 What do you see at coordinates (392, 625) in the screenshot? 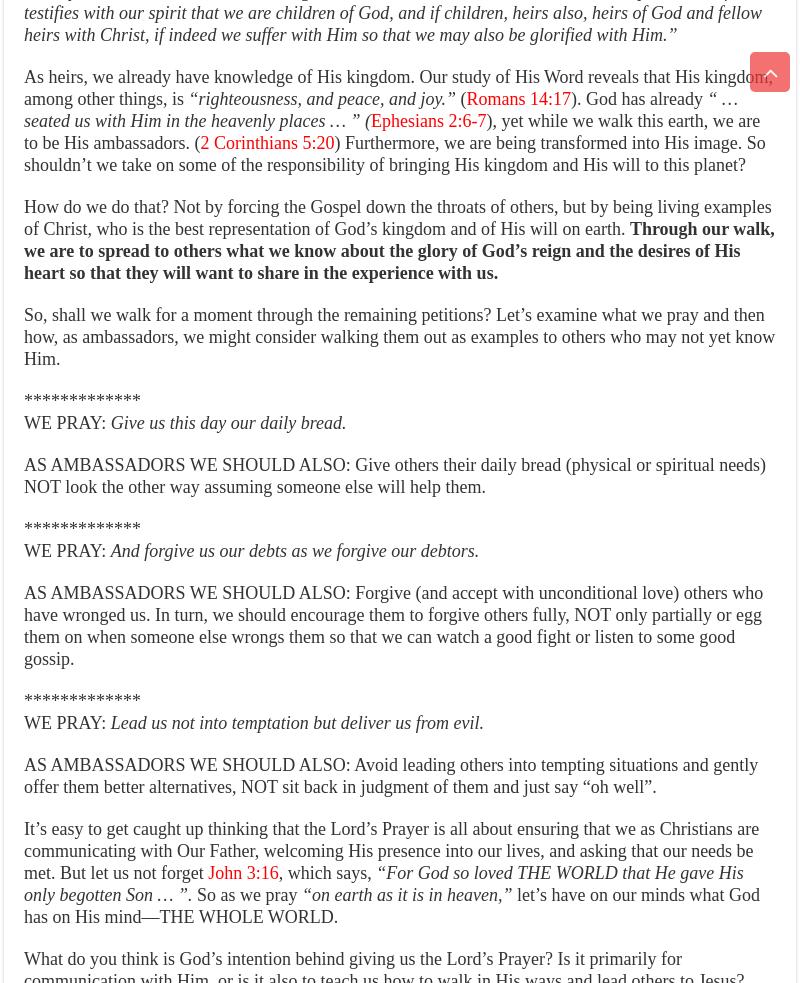
I see `'AS AMBASSADORS WE SHOULD ALSO: Forgive (and accept with unconditional love) others who have wronged us. In turn, we should encourage them to forgive others fully, NOT only partially or egg them on when someone else wrongs them so that we can watch a good fight or listen to some good gossip.'` at bounding box center [392, 625].